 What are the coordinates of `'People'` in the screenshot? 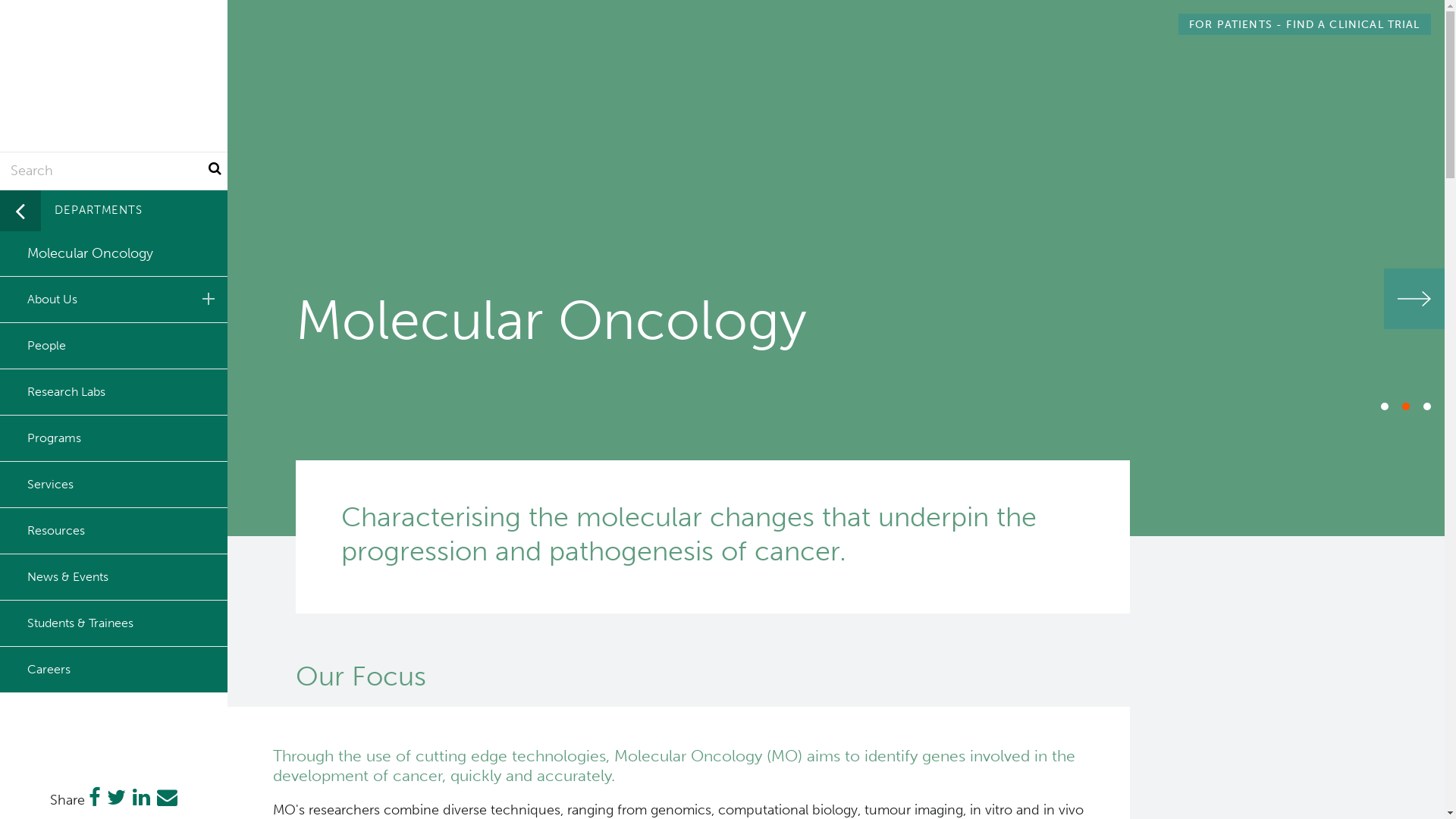 It's located at (112, 345).